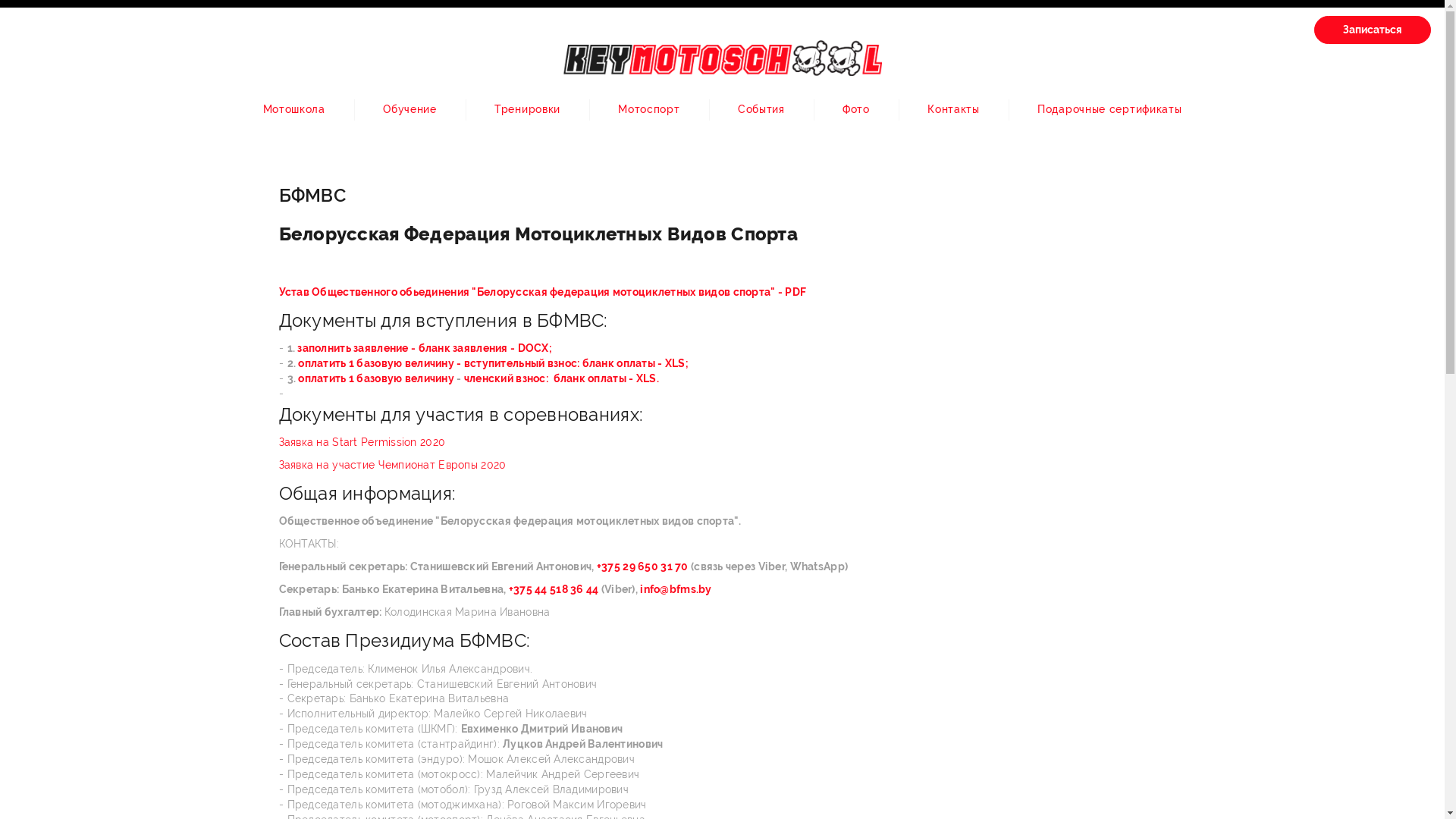 The width and height of the screenshot is (1456, 819). Describe the element at coordinates (553, 588) in the screenshot. I see `'+375 44 518 36 44'` at that location.